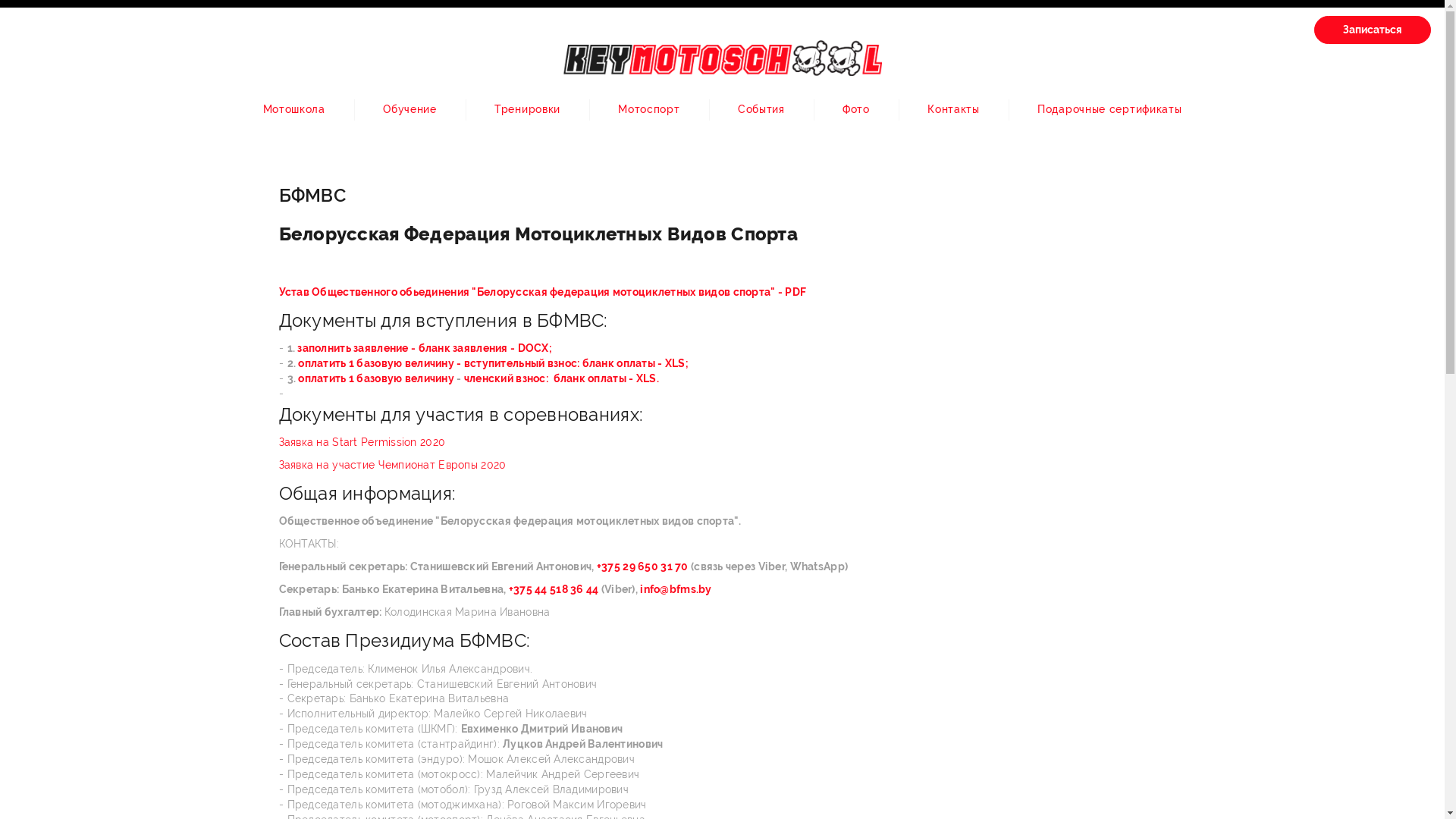 The width and height of the screenshot is (1456, 819). Describe the element at coordinates (553, 588) in the screenshot. I see `'+375 44 518 36 44'` at that location.